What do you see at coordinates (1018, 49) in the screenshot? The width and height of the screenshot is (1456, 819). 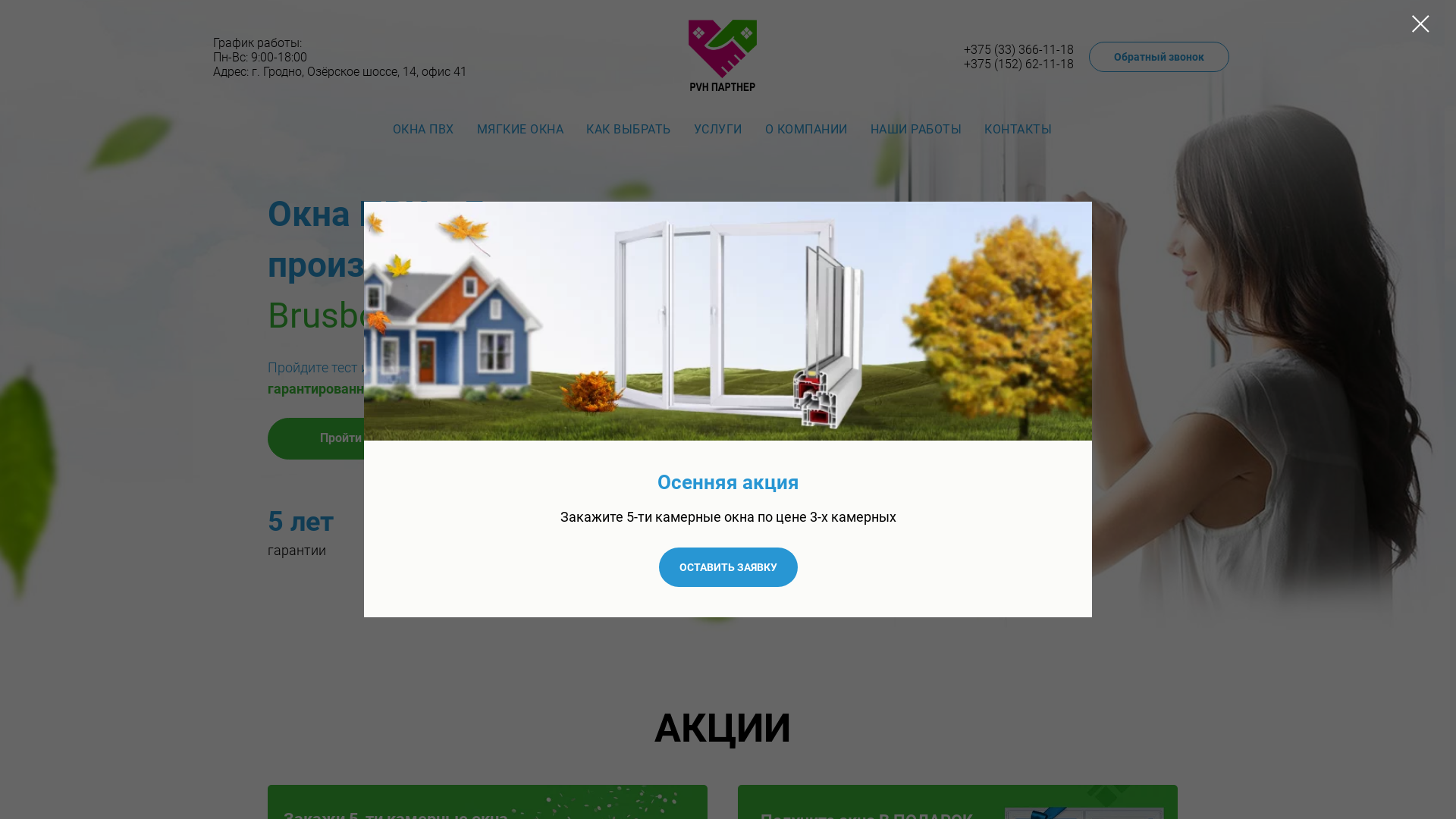 I see `'+375 (33) 366-11-18'` at bounding box center [1018, 49].